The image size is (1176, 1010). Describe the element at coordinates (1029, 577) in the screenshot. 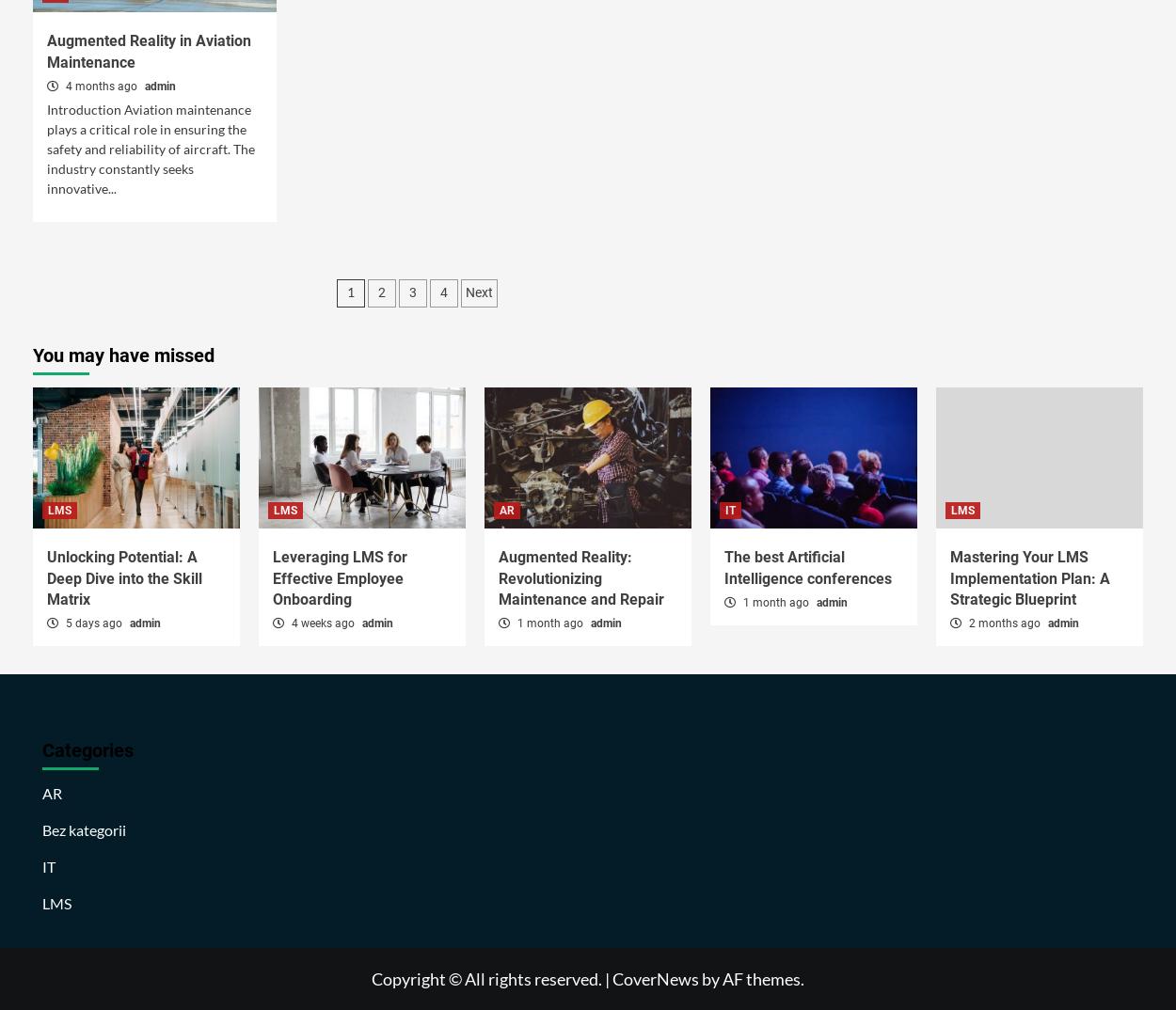

I see `'Mastering Your LMS Implementation Plan: A Strategic Blueprint'` at that location.